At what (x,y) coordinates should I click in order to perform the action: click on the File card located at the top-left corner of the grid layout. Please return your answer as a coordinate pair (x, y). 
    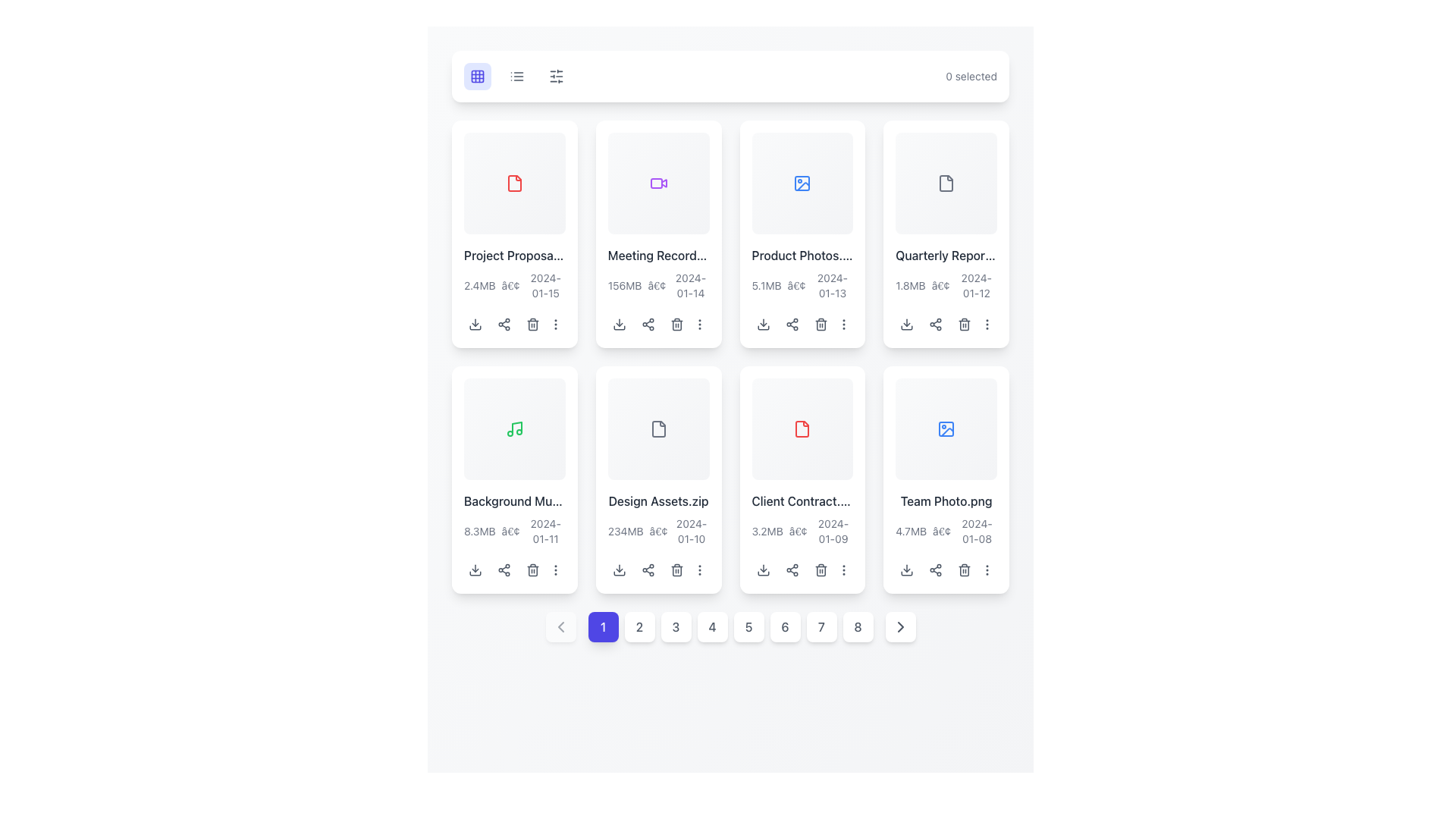
    Looking at the image, I should click on (514, 234).